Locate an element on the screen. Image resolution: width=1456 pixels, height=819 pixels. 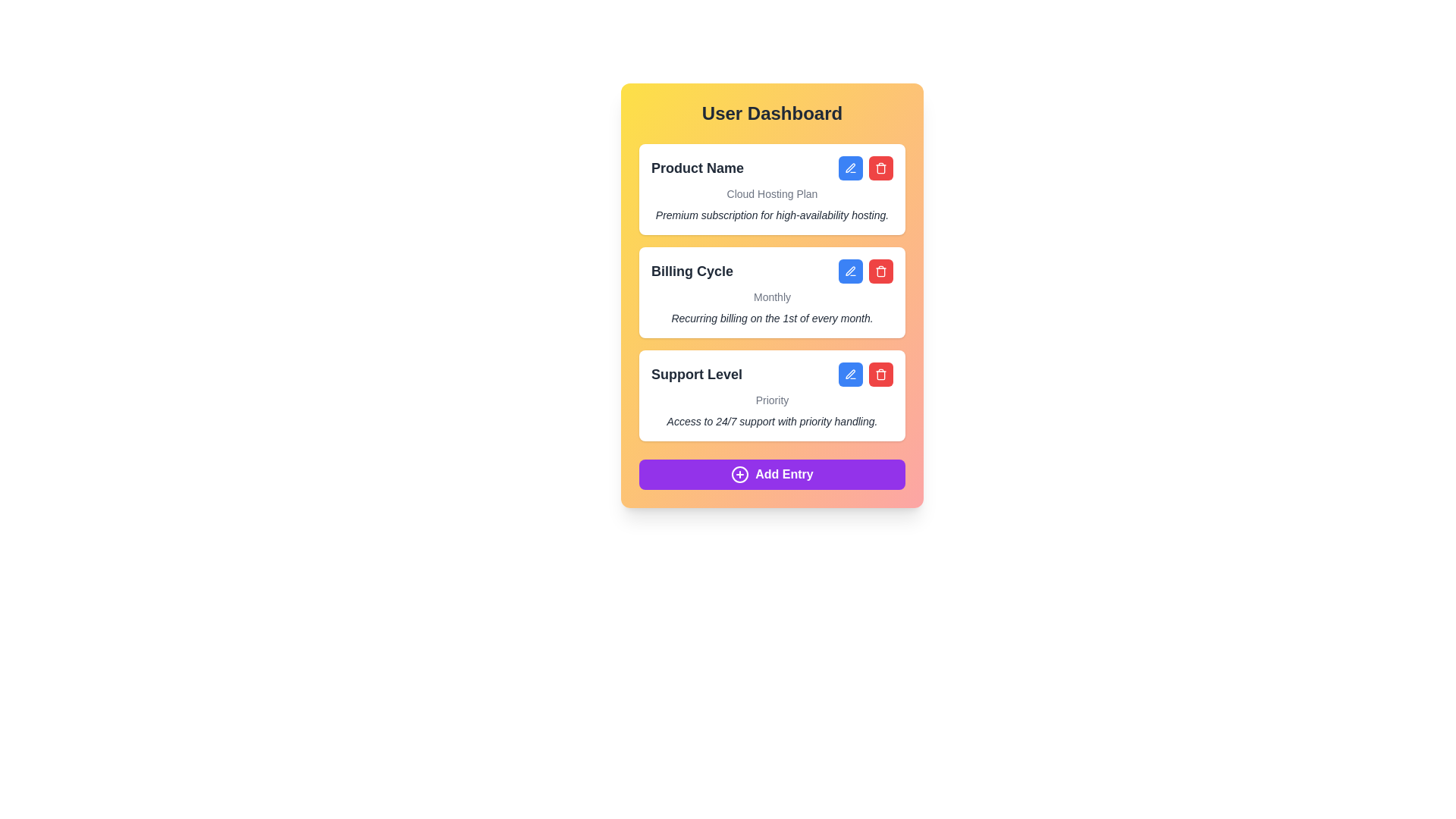
the edit button for the 'Support Level' section is located at coordinates (851, 374).